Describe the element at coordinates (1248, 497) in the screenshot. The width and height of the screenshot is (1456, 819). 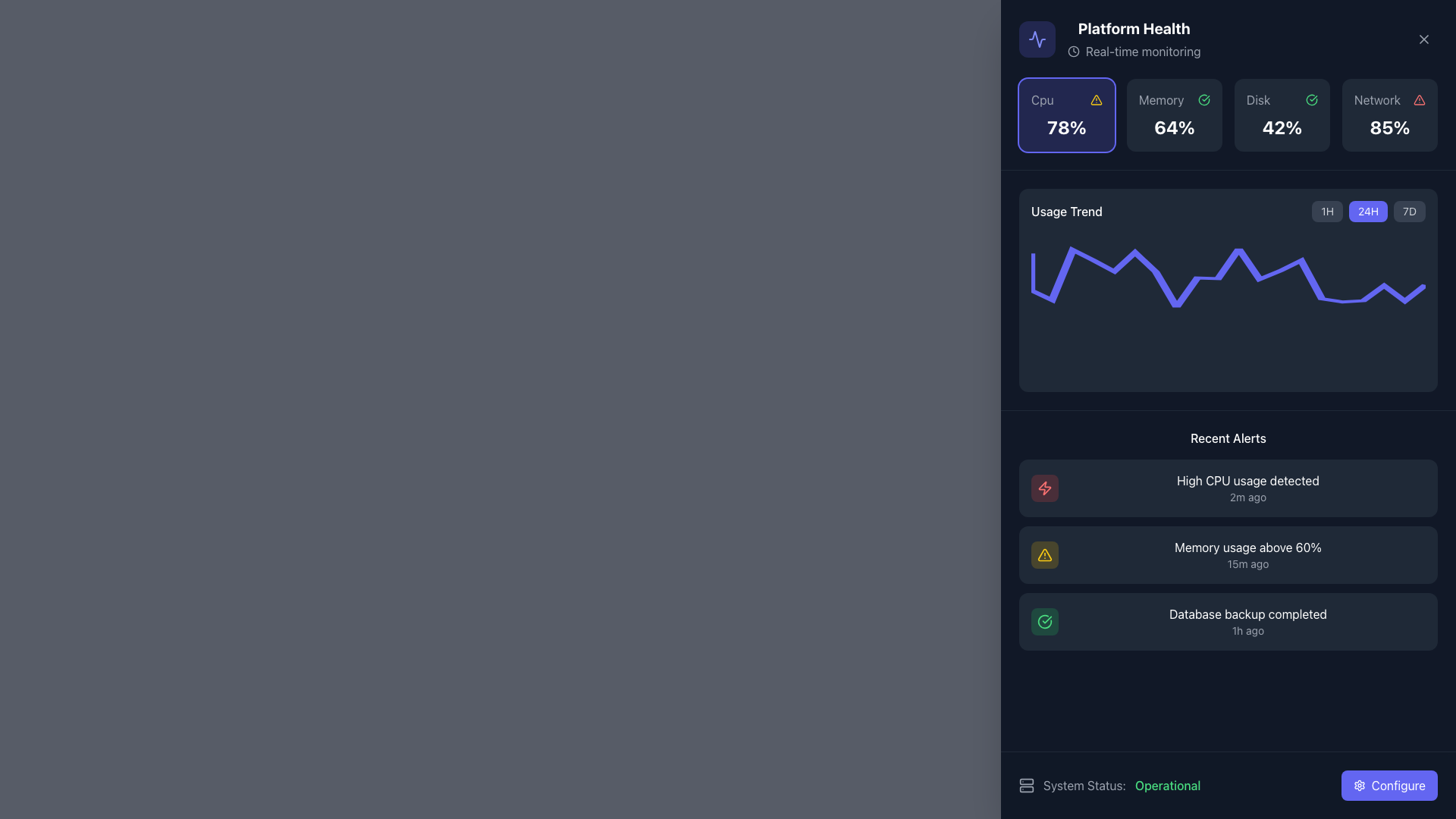
I see `the timestamp text label that indicates the time elapsed since the associated alert was generated, located below the 'High CPU usage detected' text in the 'Recent Alerts' section` at that location.